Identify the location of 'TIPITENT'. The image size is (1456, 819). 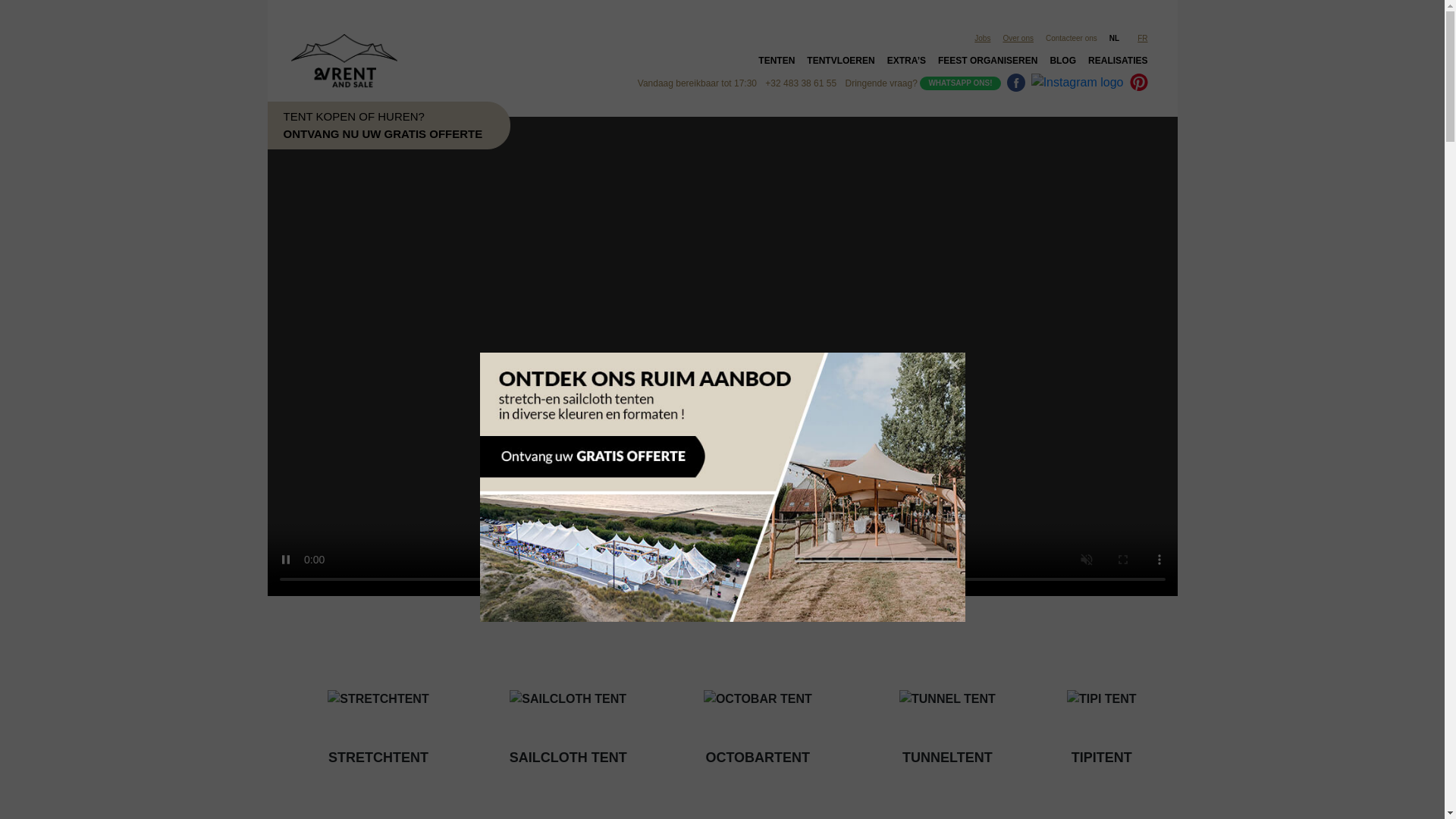
(1102, 712).